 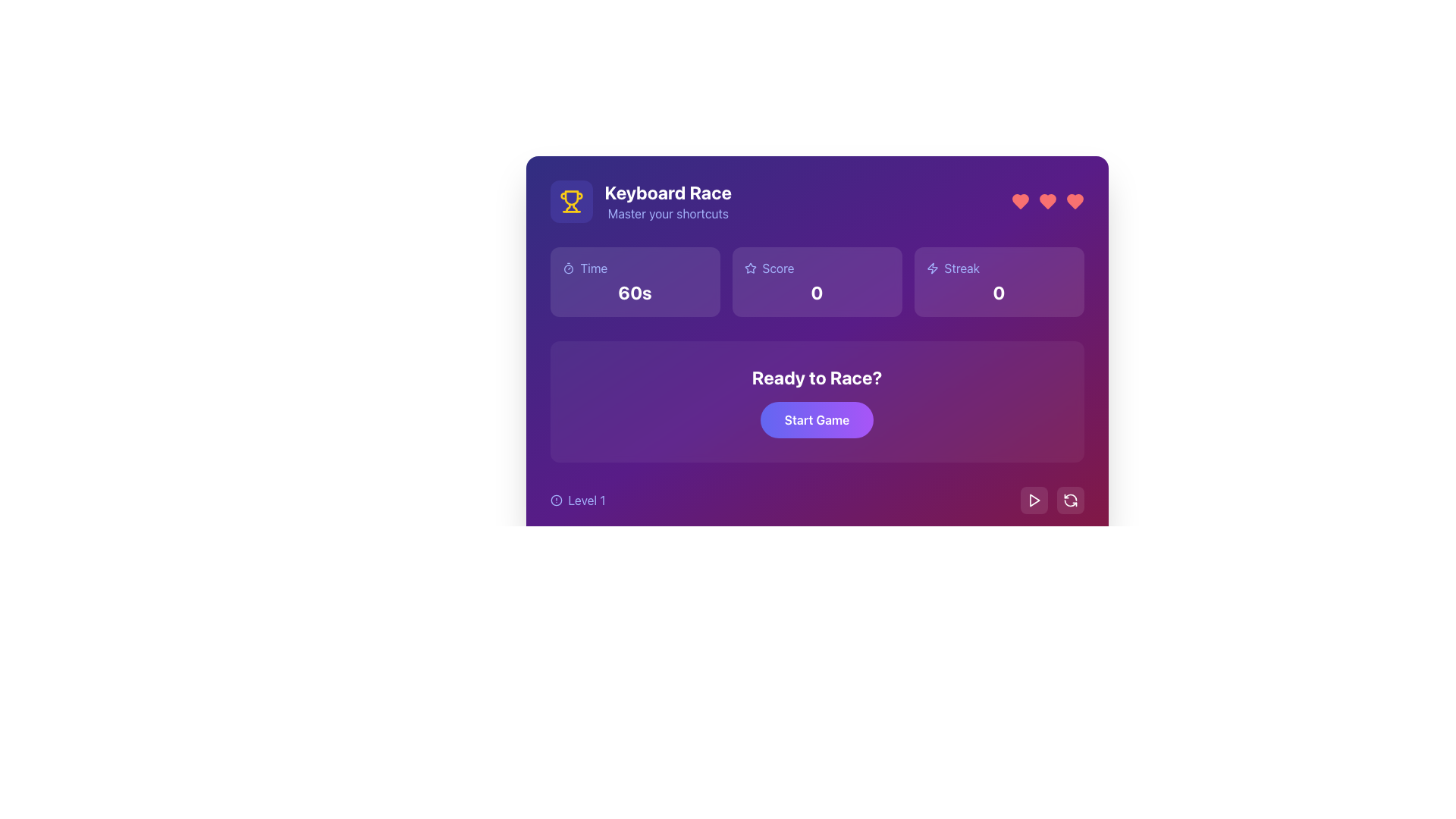 I want to click on the header element located in the top-left corner of the interface, which contains both an image and textual components indicating the purpose of the page, so click(x=641, y=201).